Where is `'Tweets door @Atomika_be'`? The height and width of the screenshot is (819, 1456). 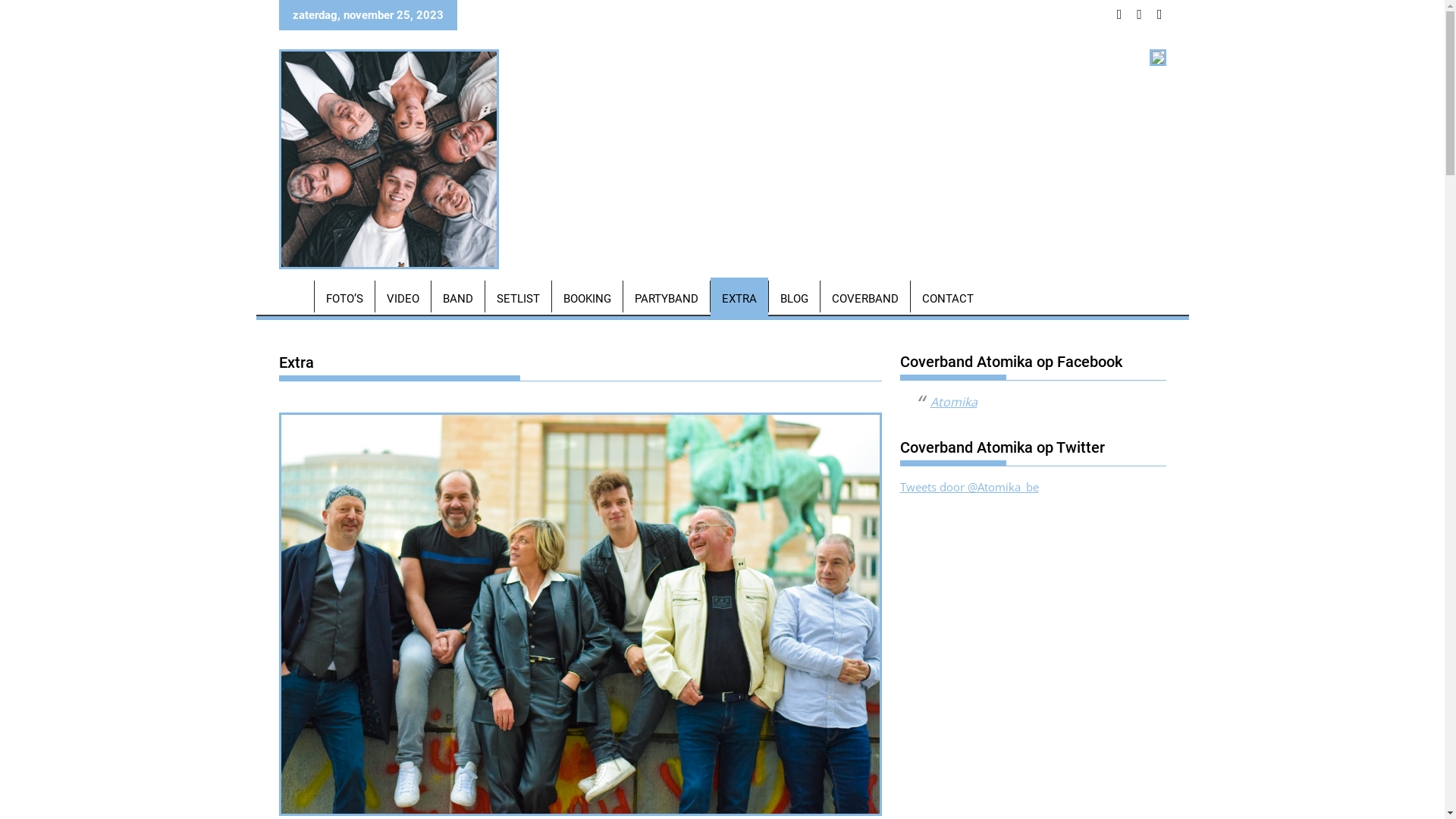 'Tweets door @Atomika_be' is located at coordinates (968, 486).